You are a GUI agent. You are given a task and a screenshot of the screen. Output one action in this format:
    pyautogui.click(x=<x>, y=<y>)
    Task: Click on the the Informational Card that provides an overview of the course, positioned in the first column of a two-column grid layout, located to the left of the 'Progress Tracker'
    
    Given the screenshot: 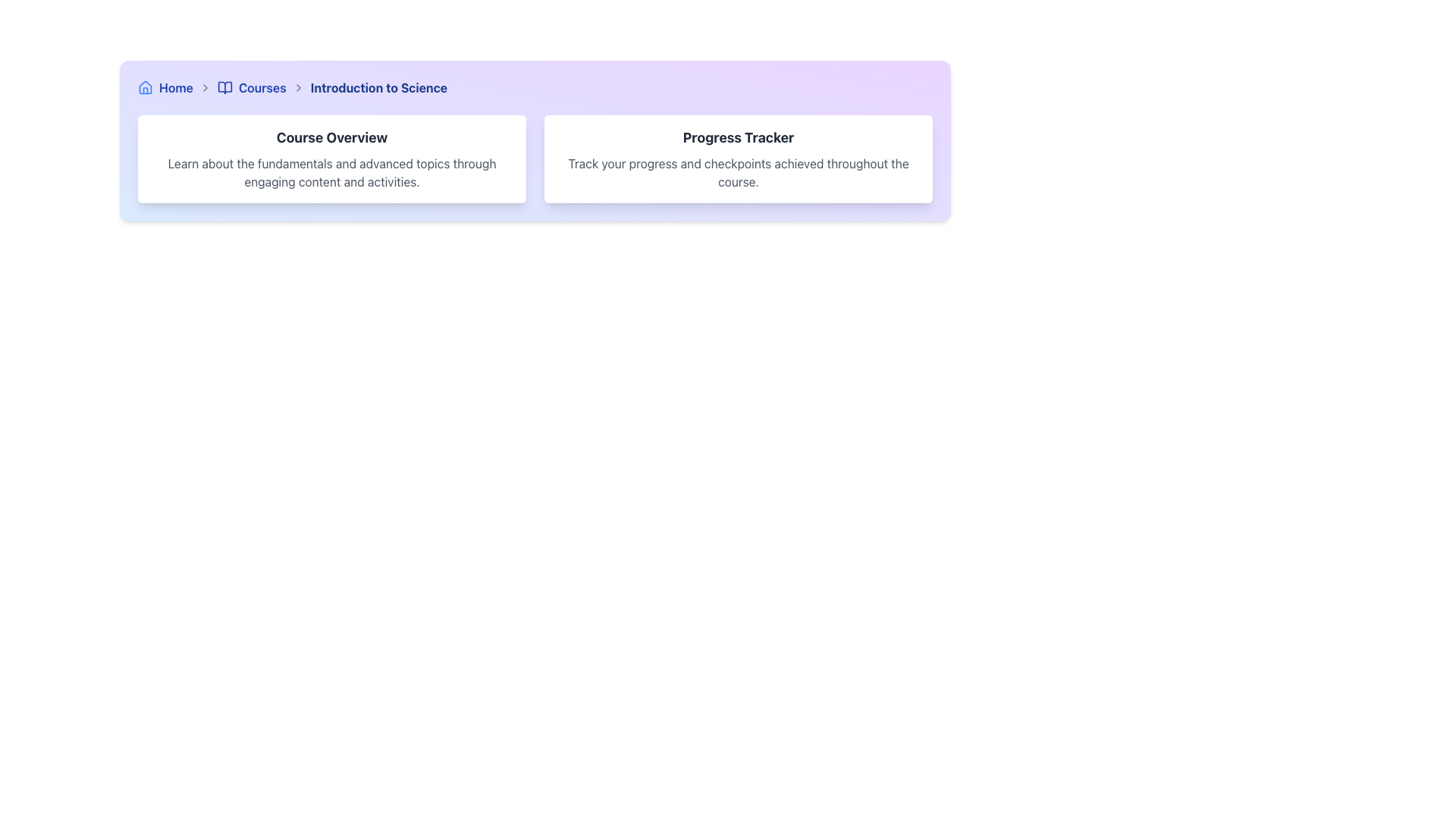 What is the action you would take?
    pyautogui.click(x=331, y=158)
    